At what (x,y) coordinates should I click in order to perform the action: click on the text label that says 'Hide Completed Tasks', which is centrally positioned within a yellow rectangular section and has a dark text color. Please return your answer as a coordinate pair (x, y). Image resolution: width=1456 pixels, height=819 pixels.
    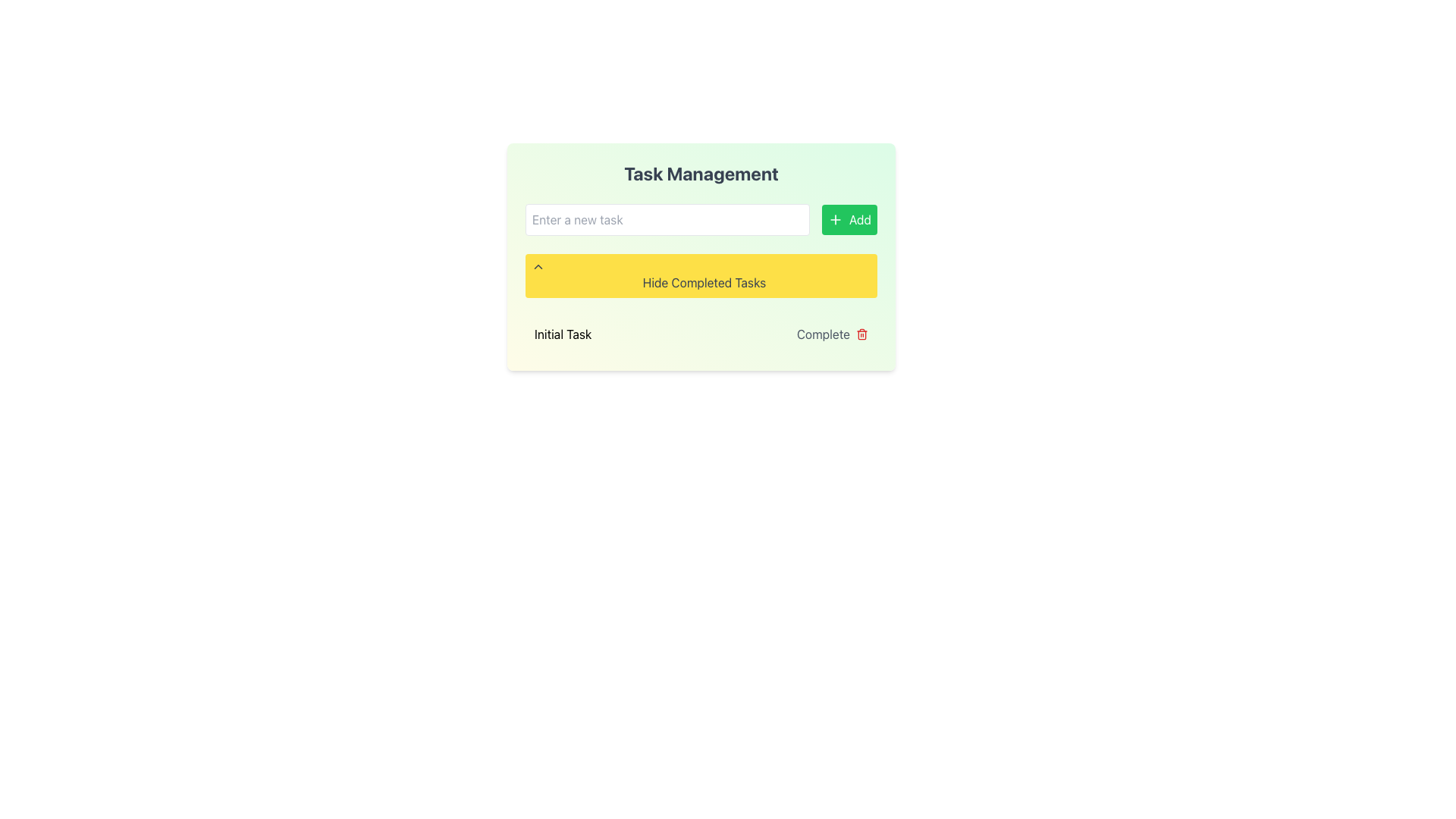
    Looking at the image, I should click on (703, 283).